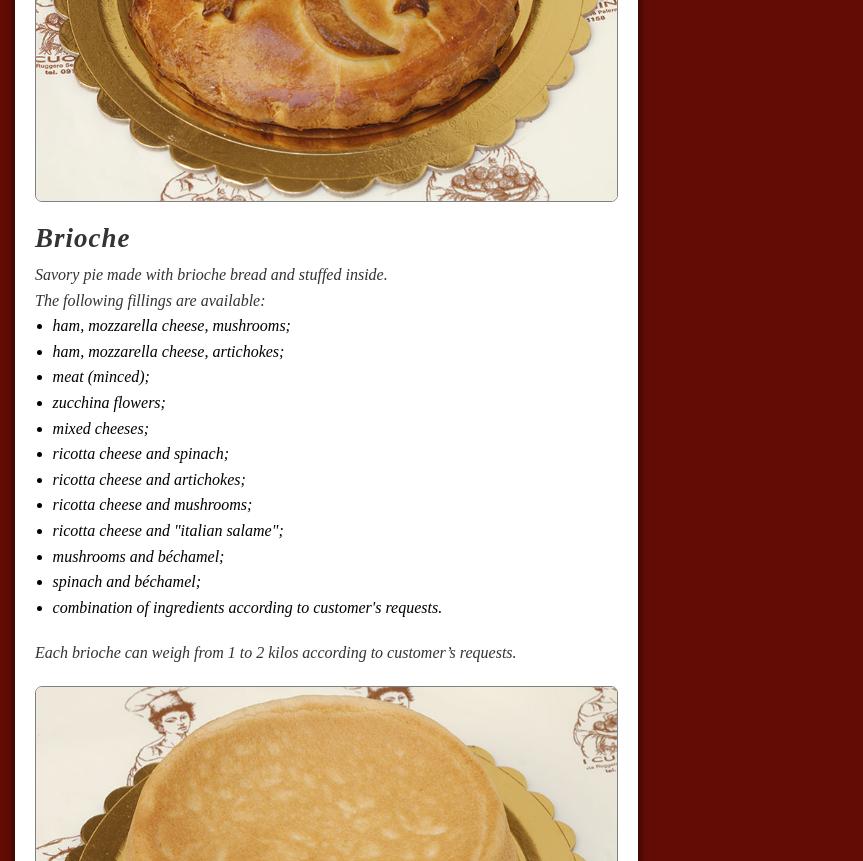 The width and height of the screenshot is (863, 861). Describe the element at coordinates (52, 376) in the screenshot. I see `'meat (minced);'` at that location.